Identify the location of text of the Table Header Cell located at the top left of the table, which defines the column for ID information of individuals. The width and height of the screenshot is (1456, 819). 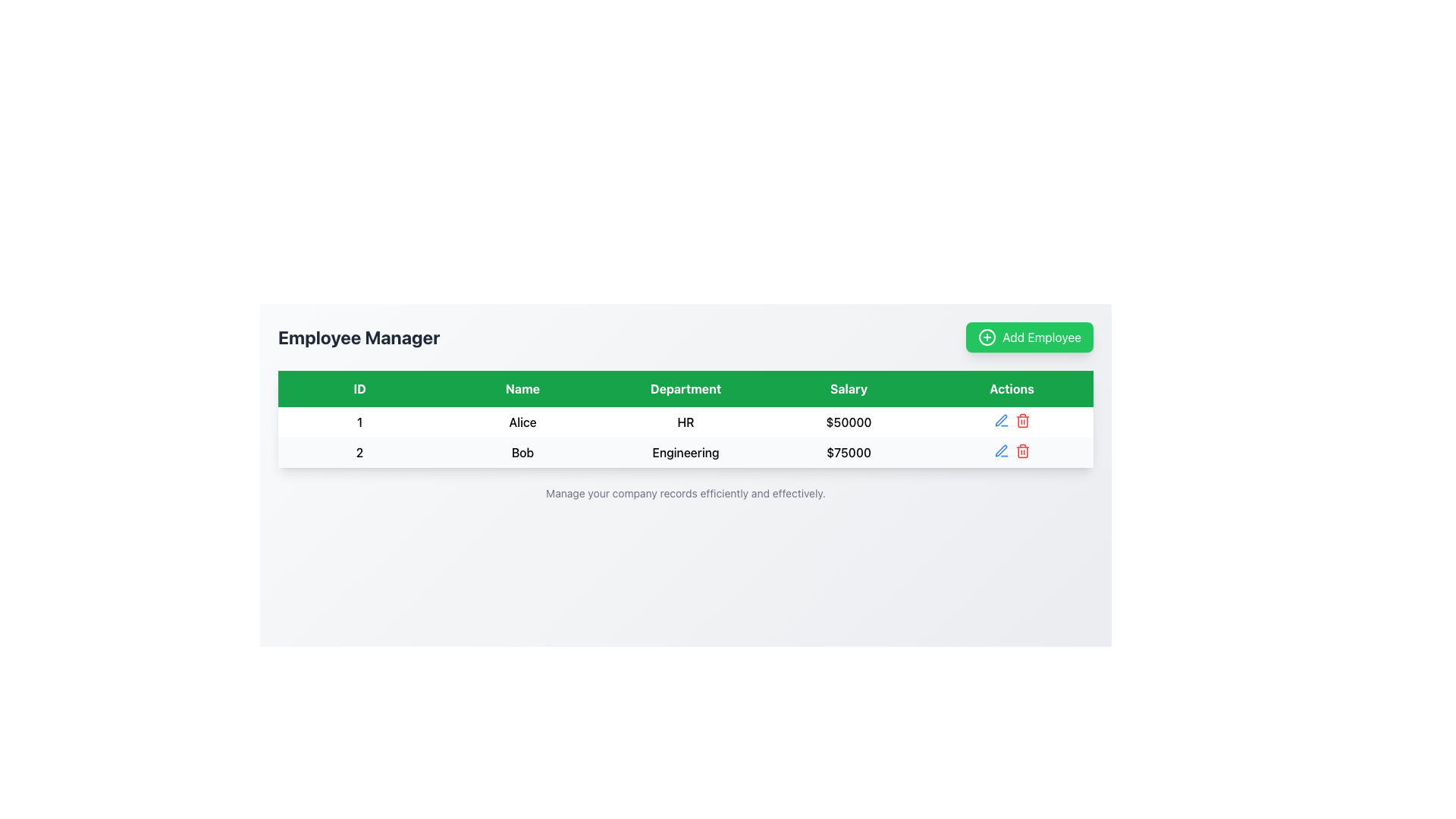
(359, 388).